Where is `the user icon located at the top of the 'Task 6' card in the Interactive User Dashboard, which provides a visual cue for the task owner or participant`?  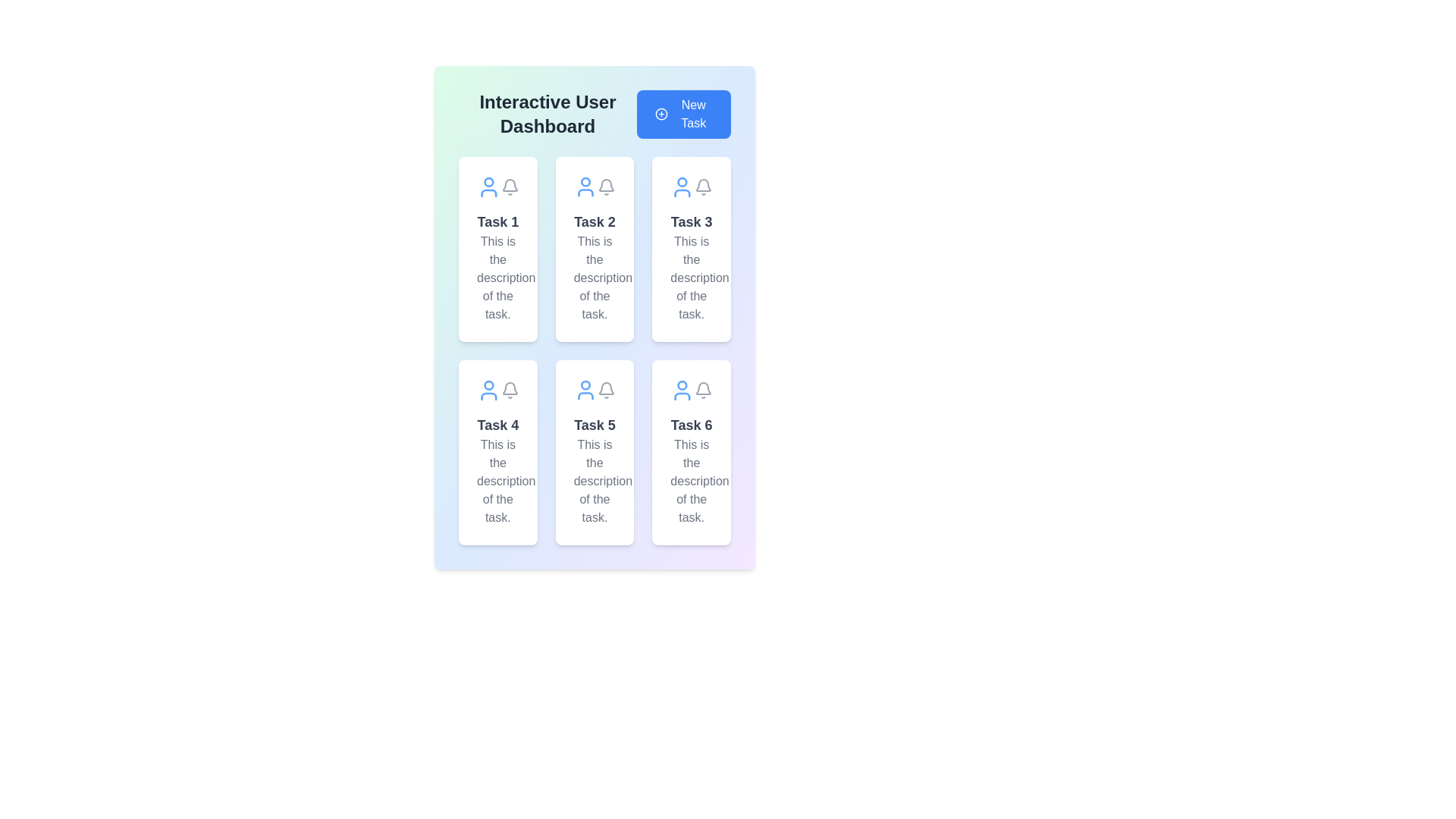
the user icon located at the top of the 'Task 6' card in the Interactive User Dashboard, which provides a visual cue for the task owner or participant is located at coordinates (682, 395).